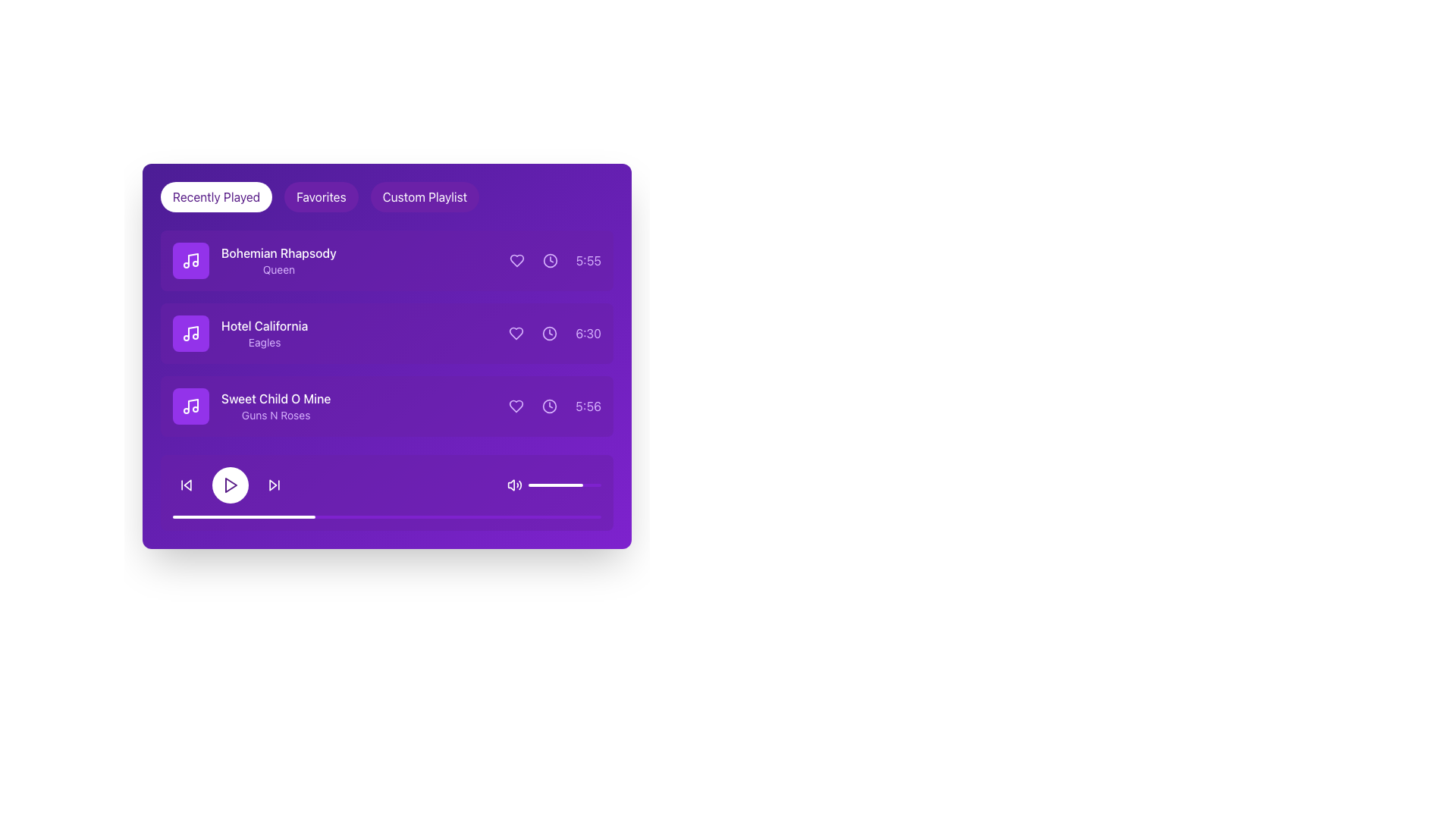  What do you see at coordinates (305, 516) in the screenshot?
I see `the progress bar` at bounding box center [305, 516].